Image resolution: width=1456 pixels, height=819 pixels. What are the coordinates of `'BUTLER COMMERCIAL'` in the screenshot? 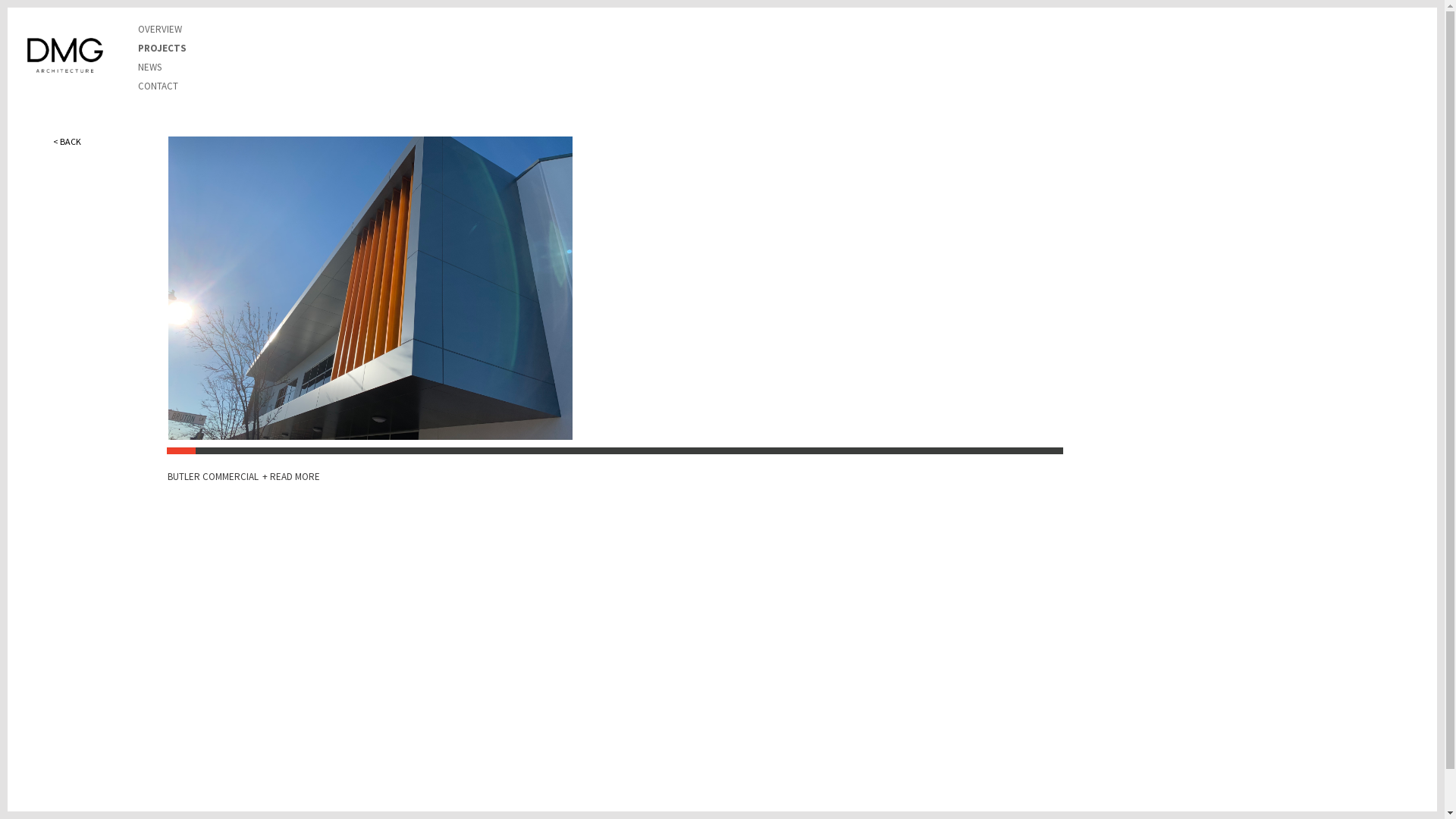 It's located at (213, 475).